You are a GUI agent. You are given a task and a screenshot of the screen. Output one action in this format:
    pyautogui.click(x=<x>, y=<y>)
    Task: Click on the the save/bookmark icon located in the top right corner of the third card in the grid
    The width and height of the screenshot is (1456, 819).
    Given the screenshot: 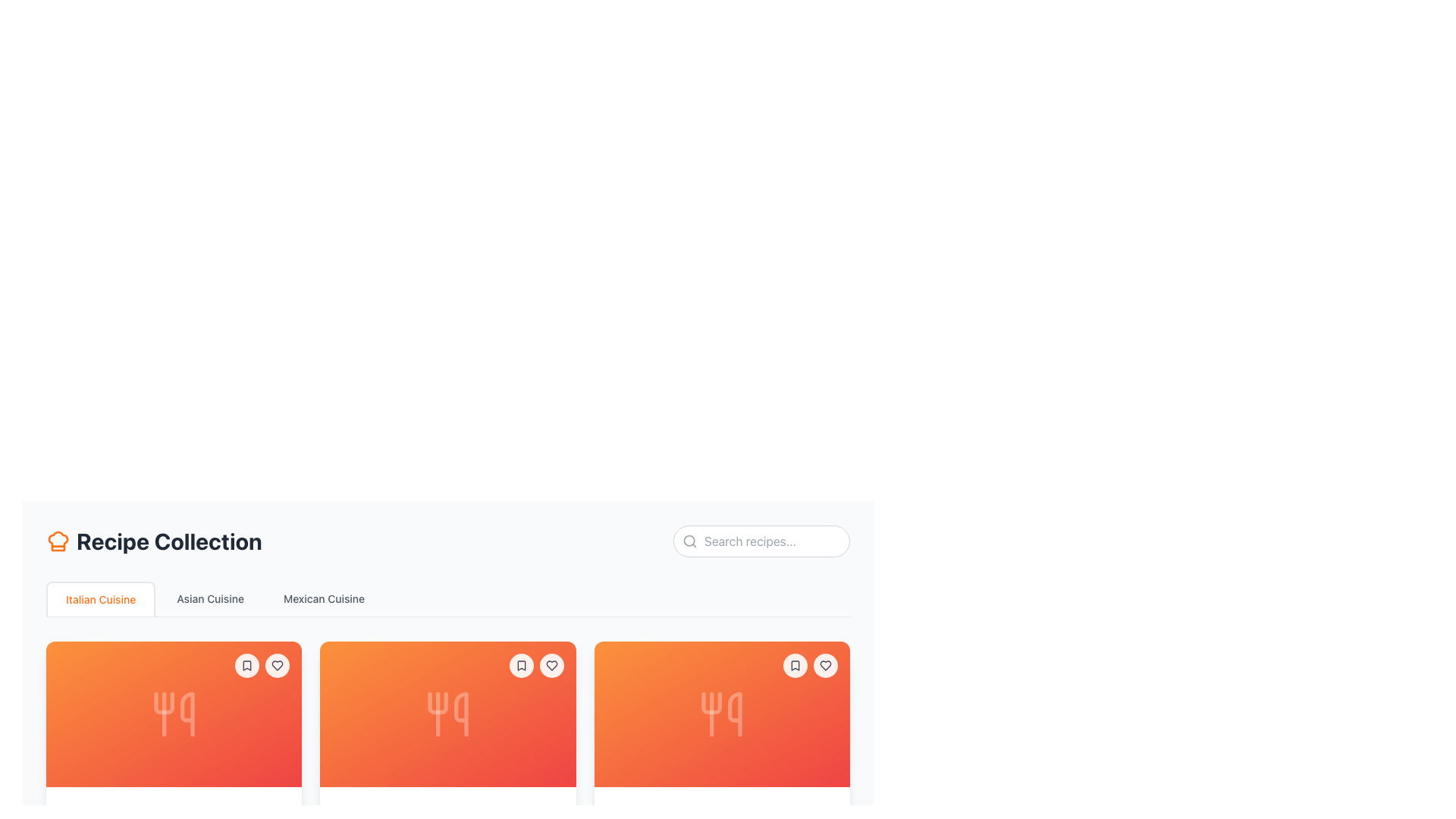 What is the action you would take?
    pyautogui.click(x=795, y=665)
    